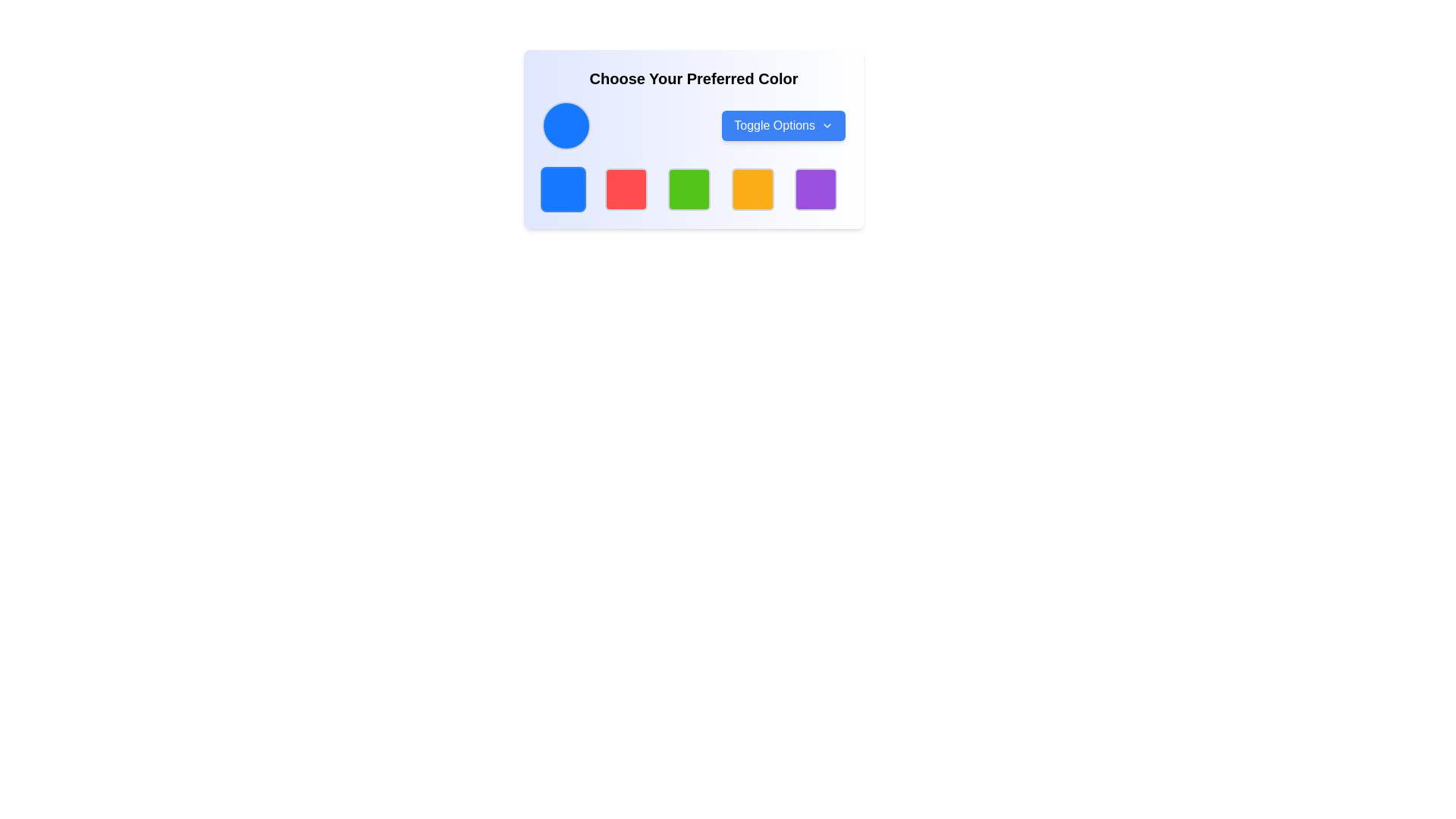 This screenshot has height=819, width=1456. Describe the element at coordinates (783, 124) in the screenshot. I see `the 'Toggle Options' button, which is a blue rectangular button with white text and a downwards-chevron icon, located in the 'Choose Your Preferred Color' section` at that location.